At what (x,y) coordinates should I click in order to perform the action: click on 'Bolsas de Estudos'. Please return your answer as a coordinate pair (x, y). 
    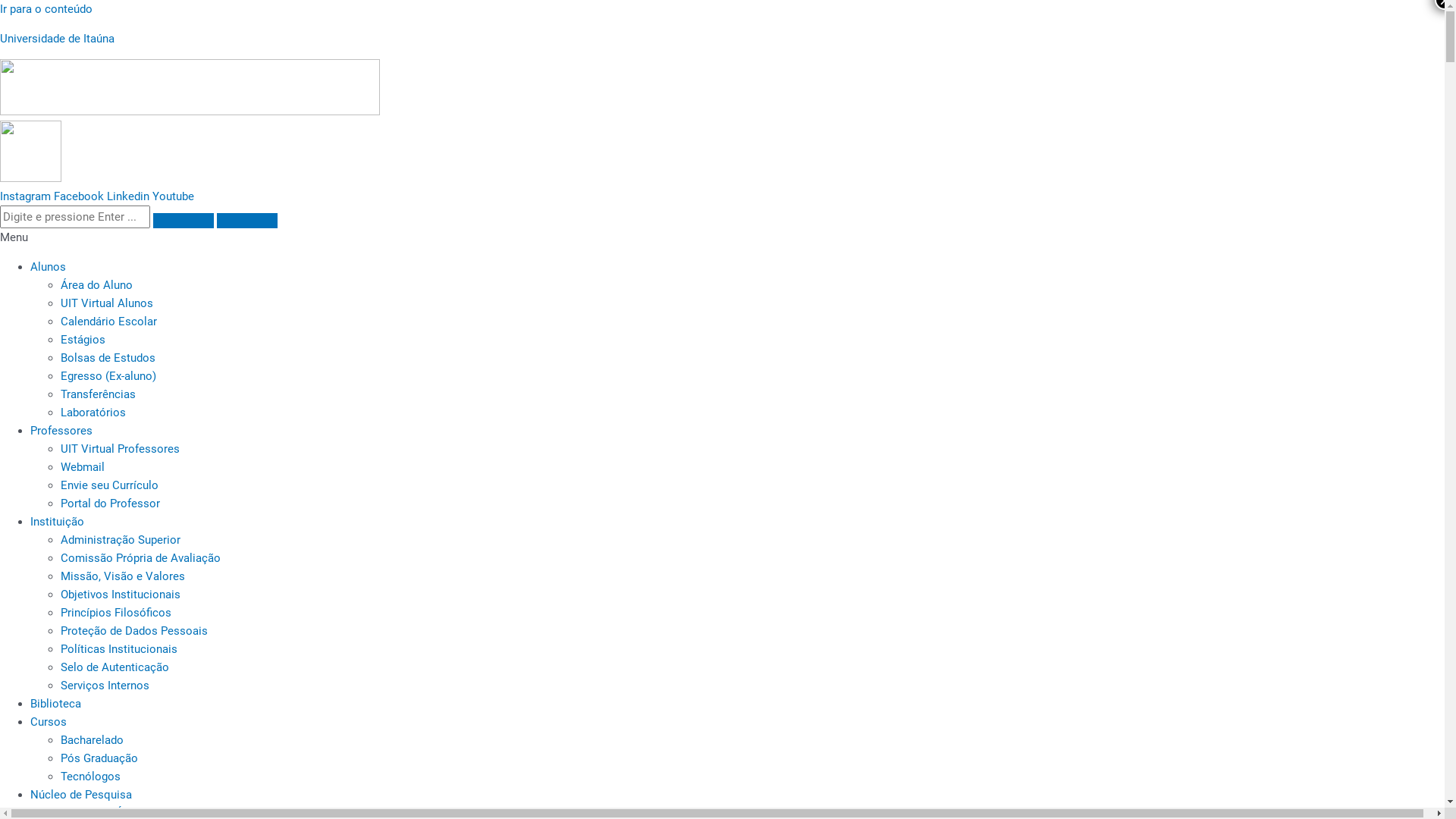
    Looking at the image, I should click on (107, 357).